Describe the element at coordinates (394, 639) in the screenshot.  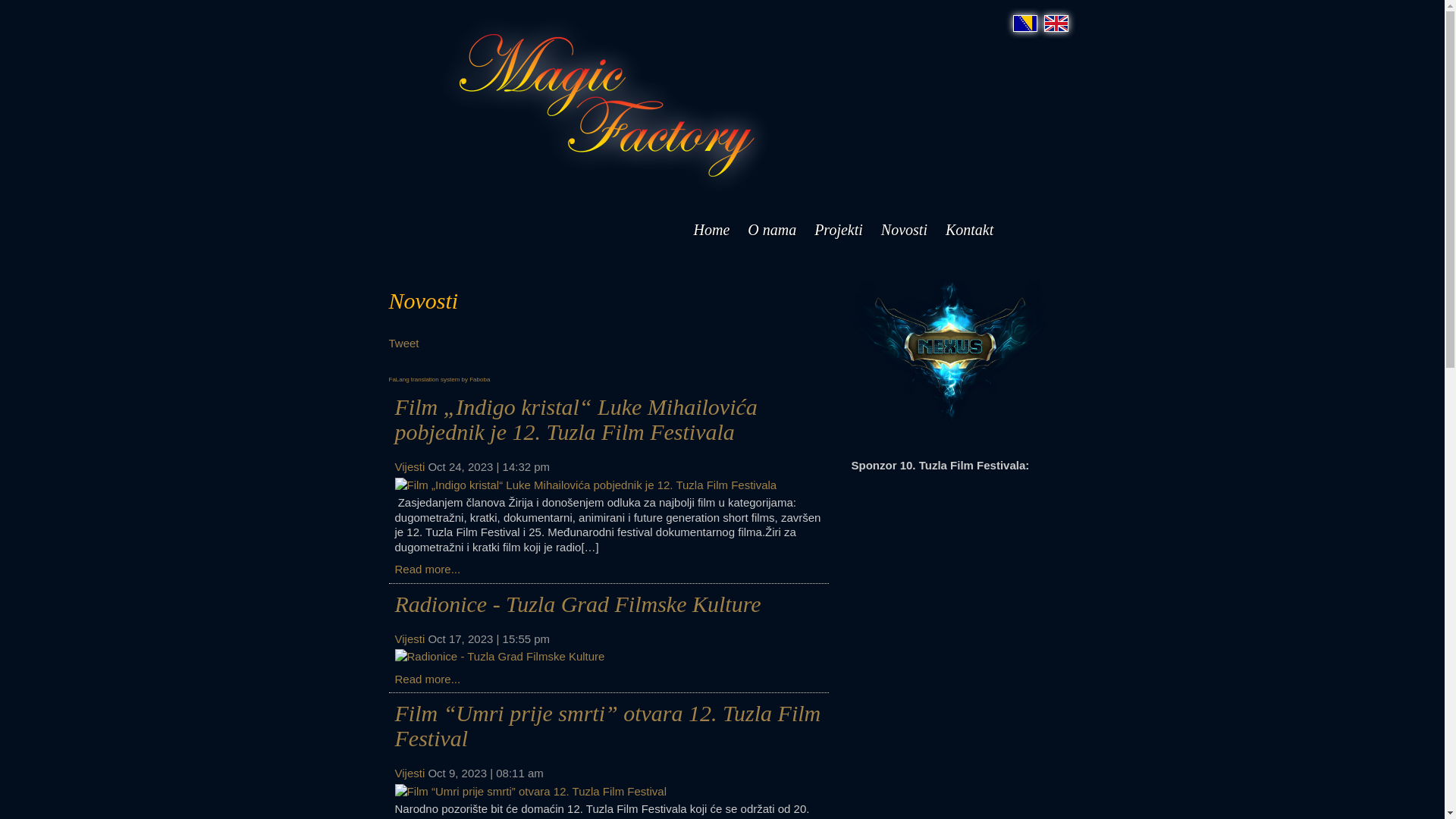
I see `'Vijesti'` at that location.